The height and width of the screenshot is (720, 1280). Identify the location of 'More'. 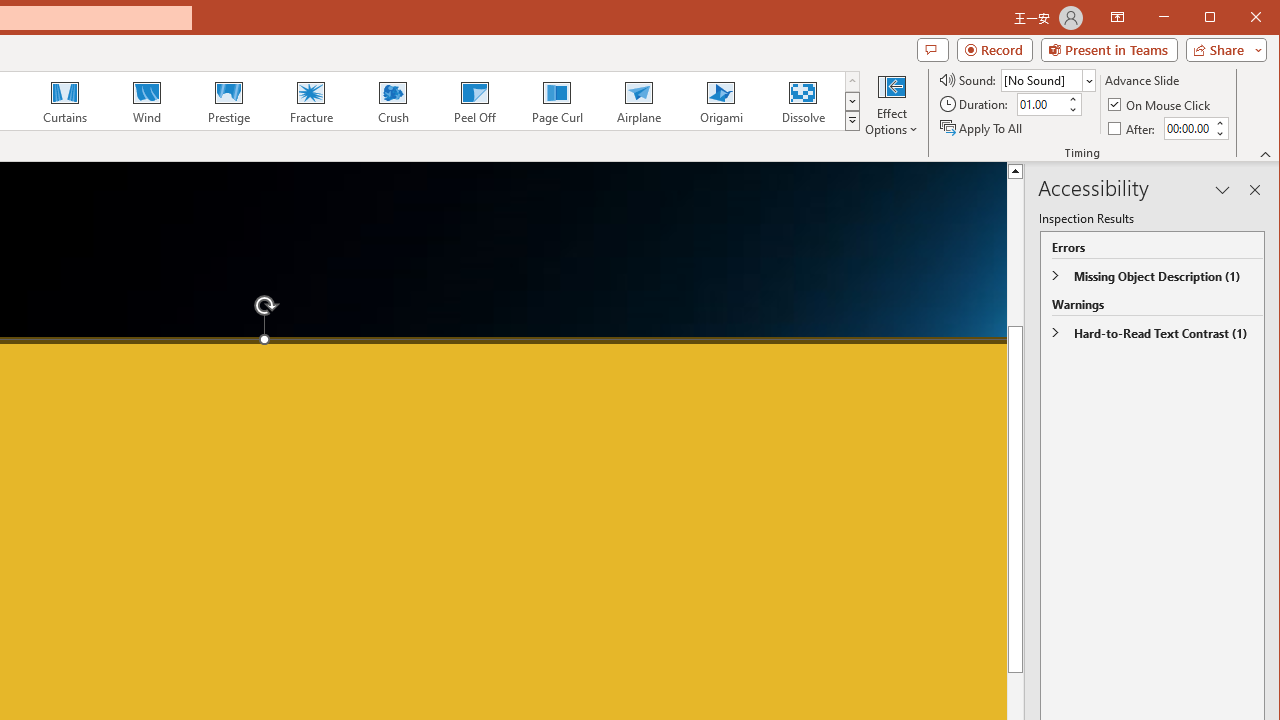
(1218, 123).